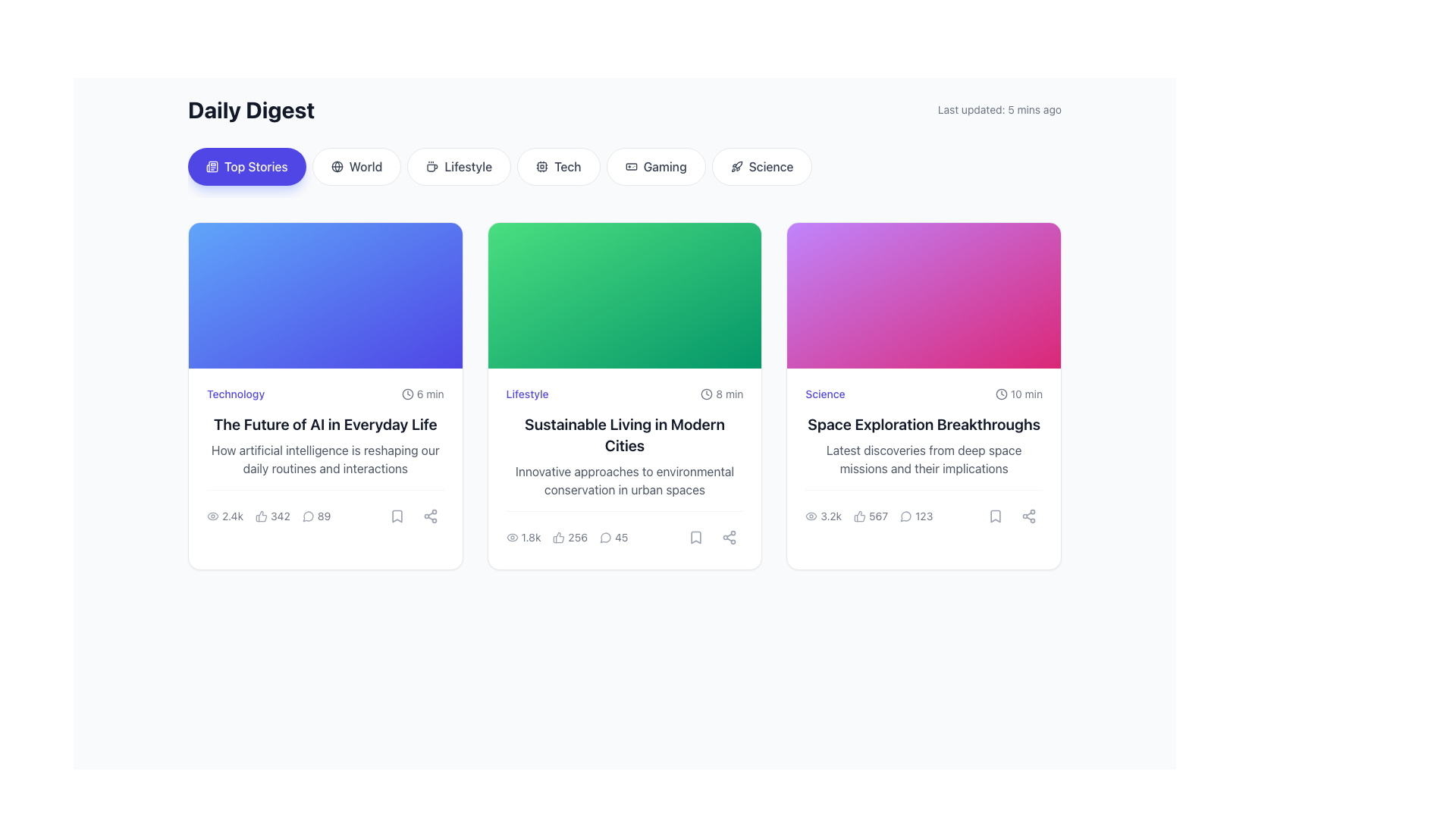  Describe the element at coordinates (762, 166) in the screenshot. I see `the pill-shaped button labeled 'Science' with a white background and gray border` at that location.